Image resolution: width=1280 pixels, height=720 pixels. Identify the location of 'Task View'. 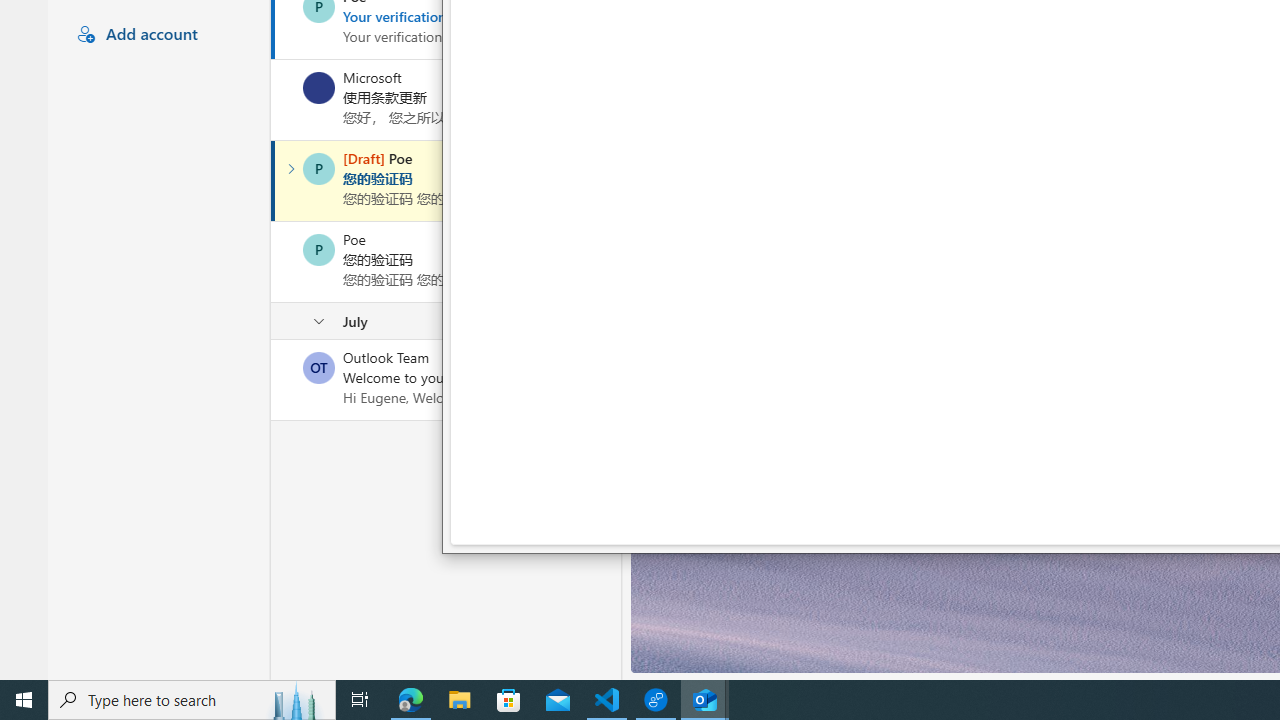
(359, 698).